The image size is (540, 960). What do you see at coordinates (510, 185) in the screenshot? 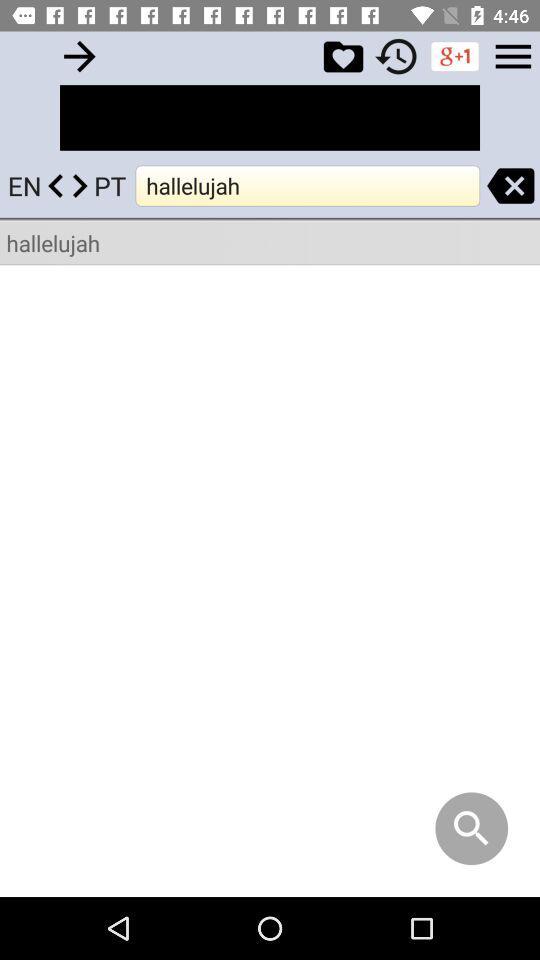
I see `search close button` at bounding box center [510, 185].